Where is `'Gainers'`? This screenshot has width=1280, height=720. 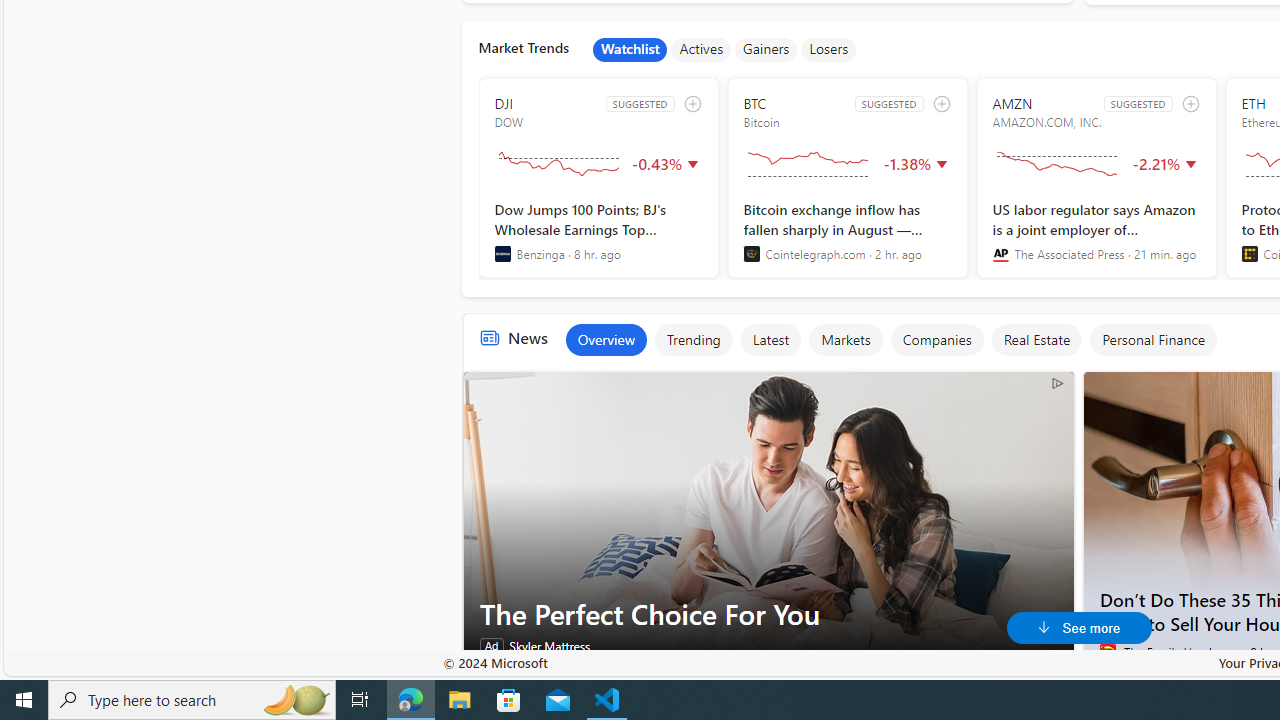
'Gainers' is located at coordinates (765, 49).